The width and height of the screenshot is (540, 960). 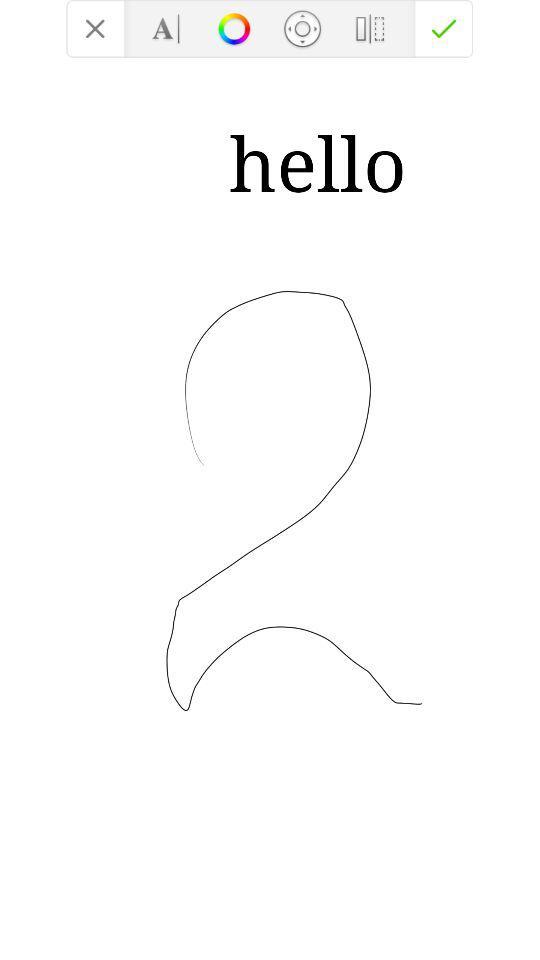 I want to click on change text, so click(x=165, y=27).